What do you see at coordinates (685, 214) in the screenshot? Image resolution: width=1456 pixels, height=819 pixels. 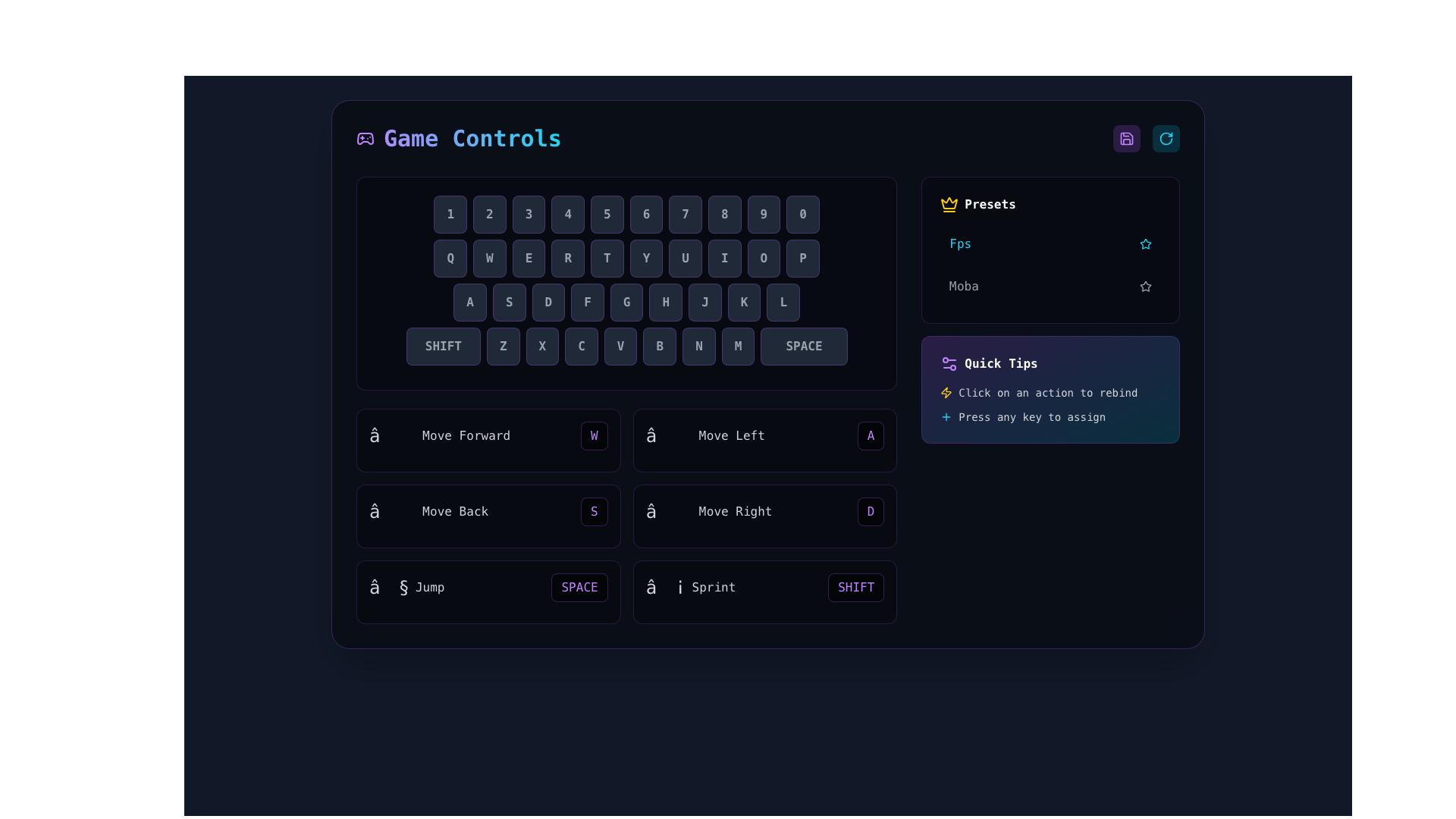 I see `the button displaying the number '7', which has a dark gray background and a lighter purple outline` at bounding box center [685, 214].